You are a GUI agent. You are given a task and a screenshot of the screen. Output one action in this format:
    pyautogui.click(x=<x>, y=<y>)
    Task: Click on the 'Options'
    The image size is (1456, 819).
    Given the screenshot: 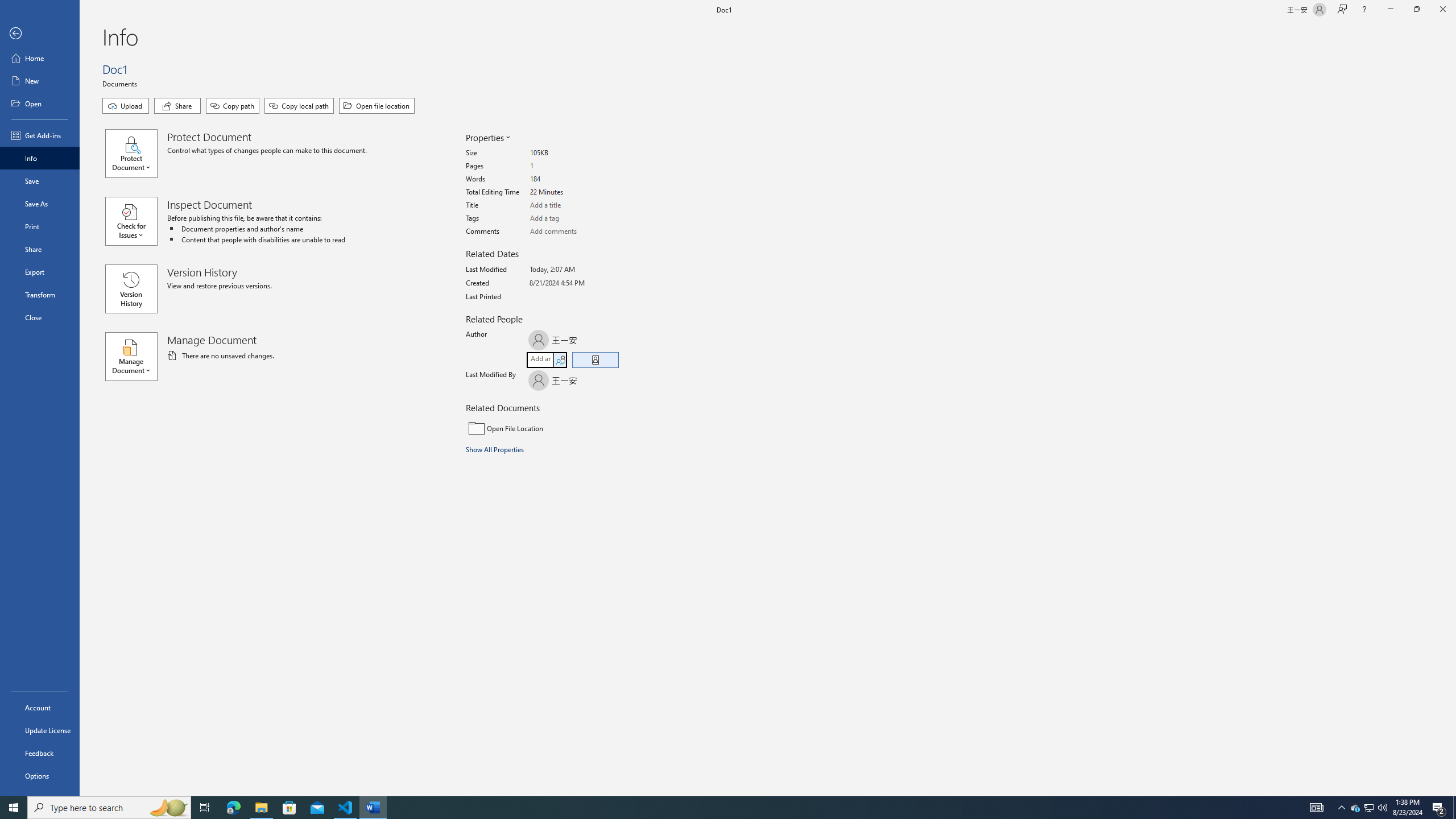 What is the action you would take?
    pyautogui.click(x=39, y=775)
    